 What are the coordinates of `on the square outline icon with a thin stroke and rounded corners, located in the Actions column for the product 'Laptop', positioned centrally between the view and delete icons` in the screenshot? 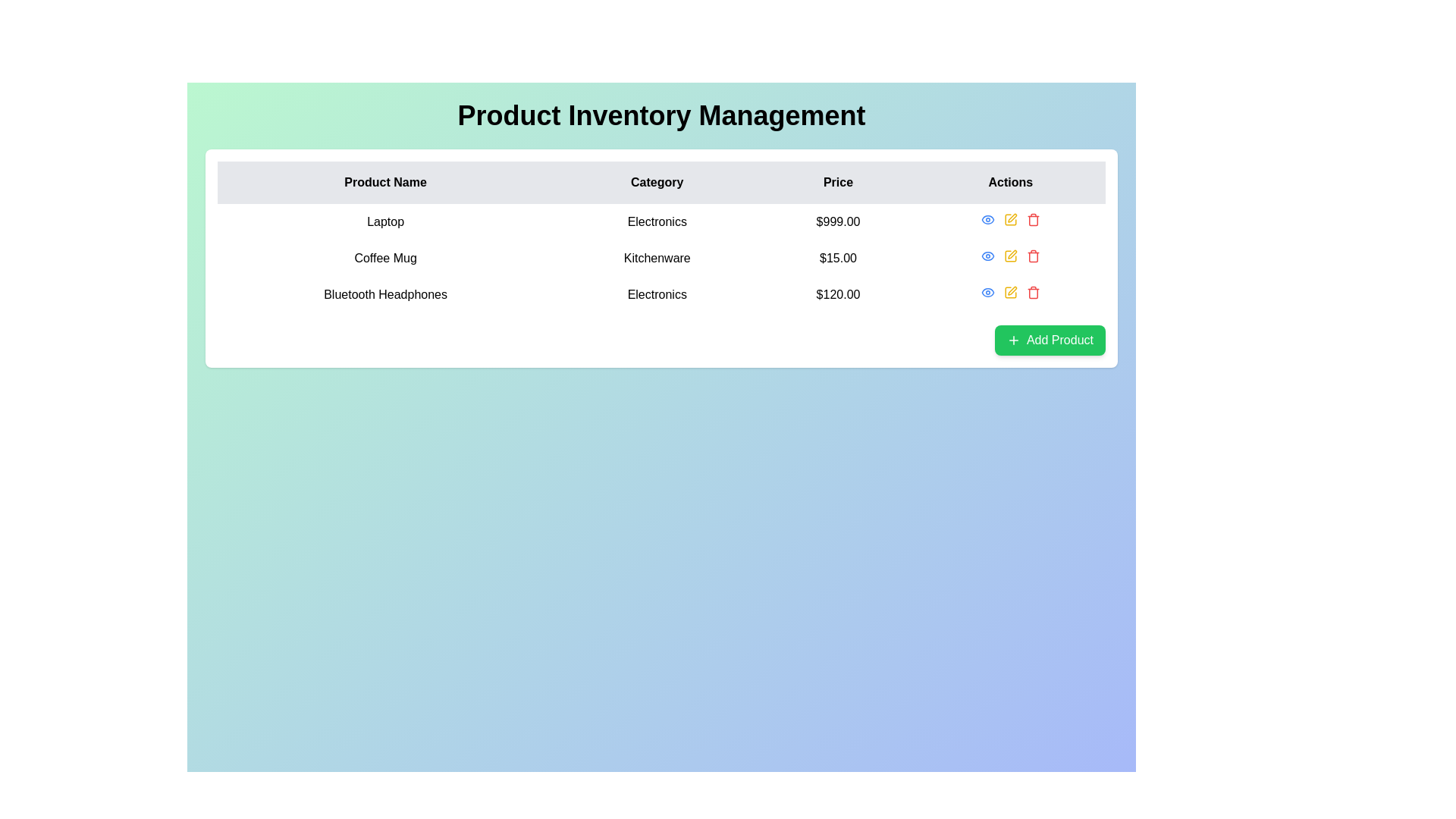 It's located at (1009, 219).